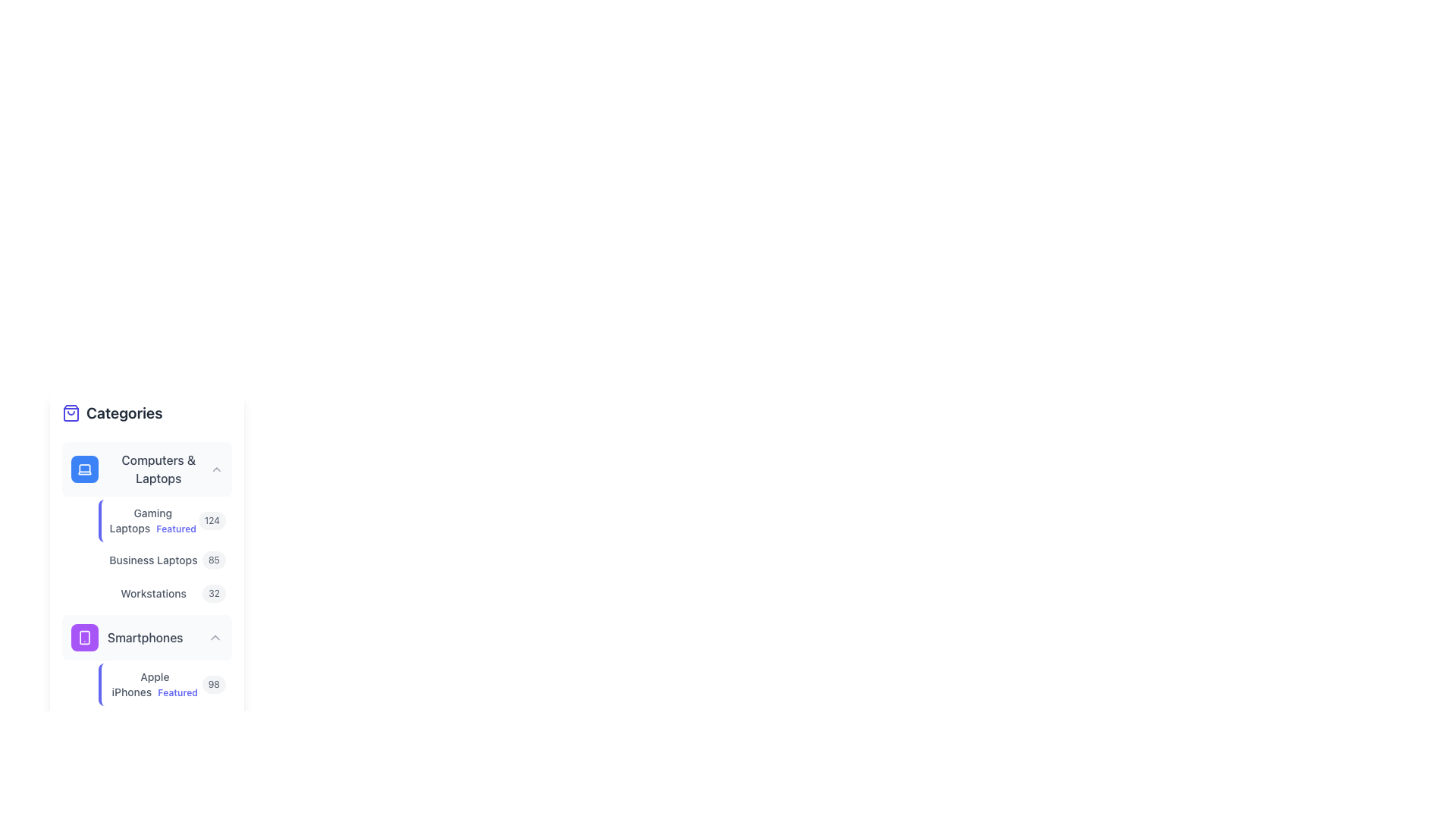  Describe the element at coordinates (83, 468) in the screenshot. I see `the 'Computers & Laptops' category icon, which is represented by a blue circular area to the left of the label in the vertical menu, to interact with the associated menu item` at that location.